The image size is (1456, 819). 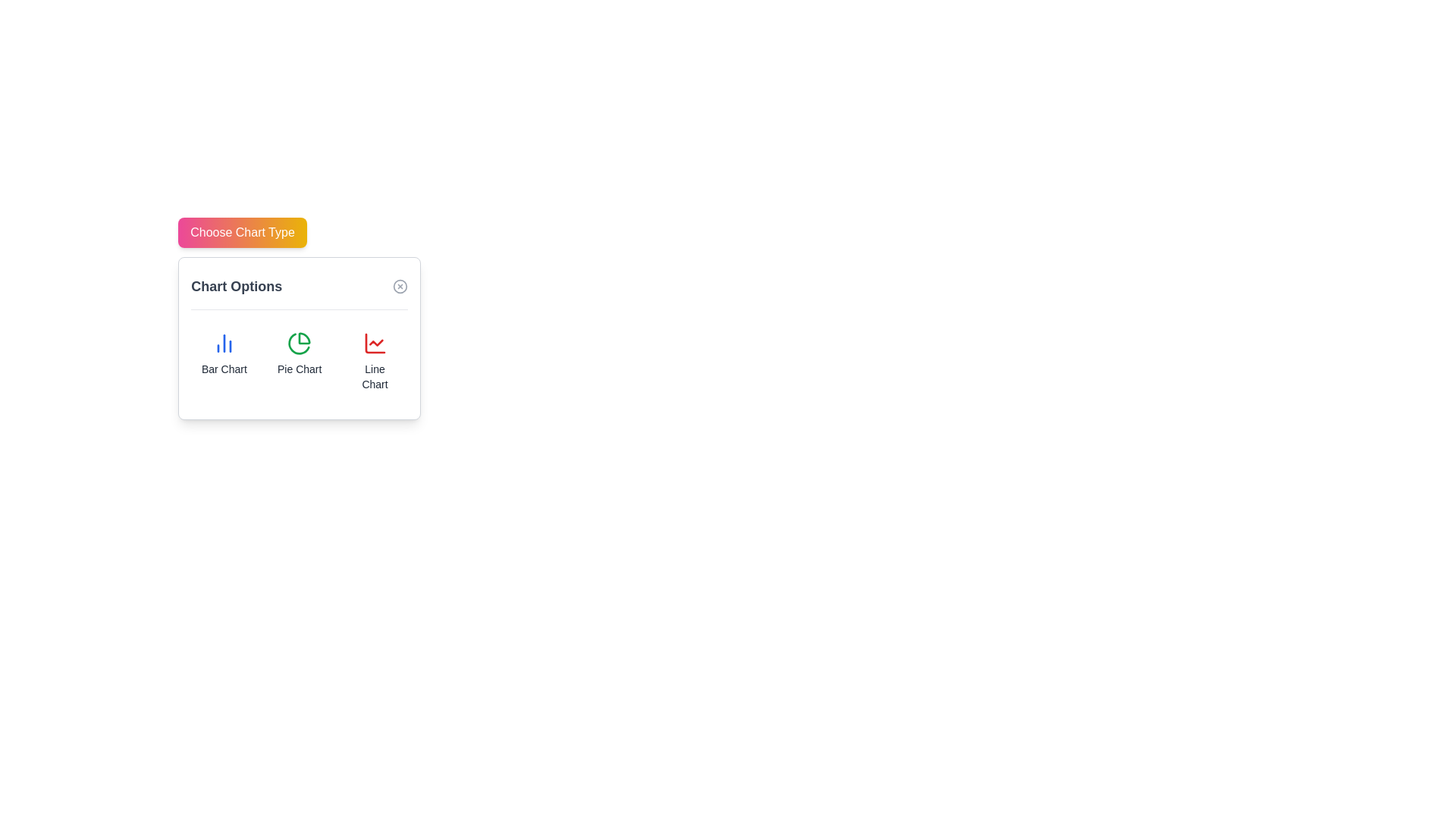 I want to click on the 'Bar Chart' button located in the top-left corner of the 'Chart Options' section, so click(x=223, y=362).